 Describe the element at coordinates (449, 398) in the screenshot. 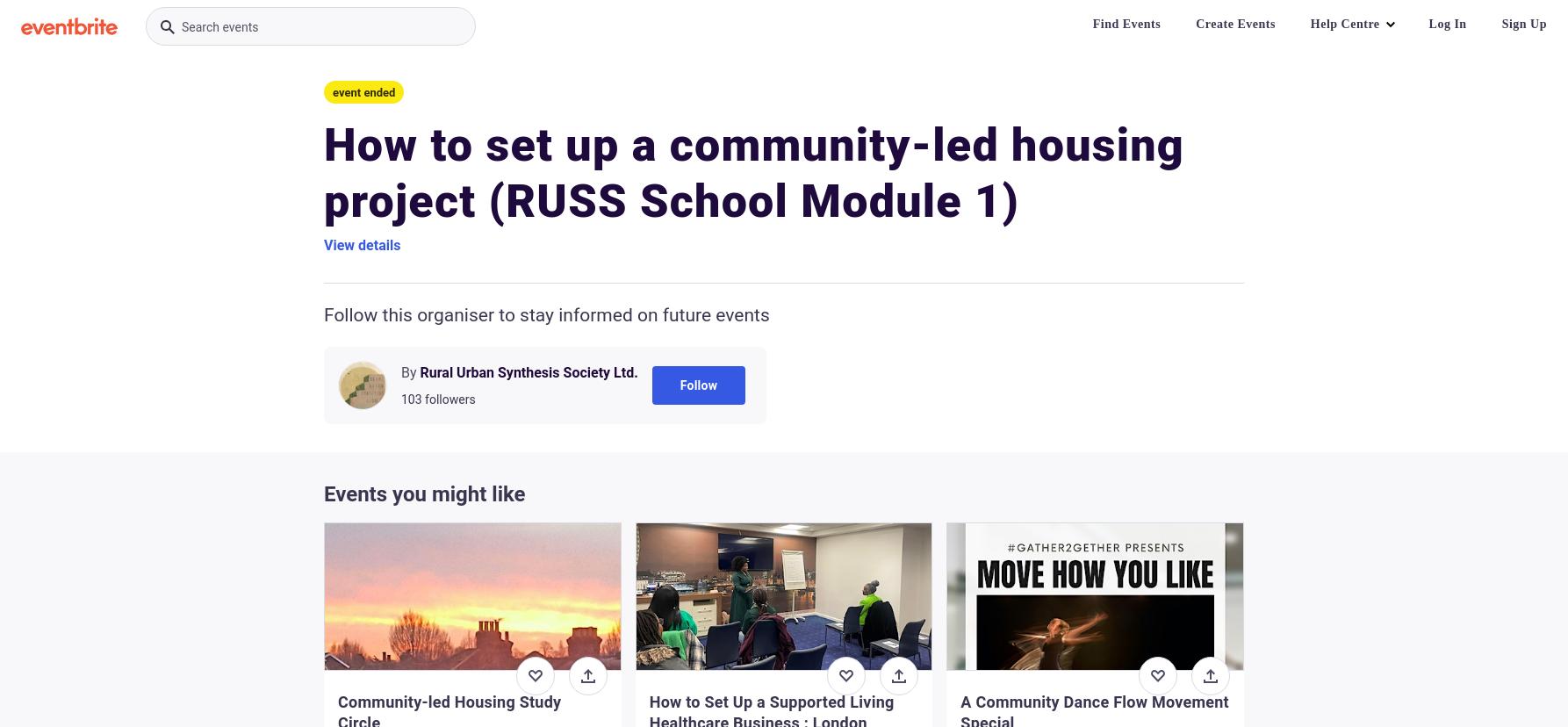

I see `'followers'` at that location.